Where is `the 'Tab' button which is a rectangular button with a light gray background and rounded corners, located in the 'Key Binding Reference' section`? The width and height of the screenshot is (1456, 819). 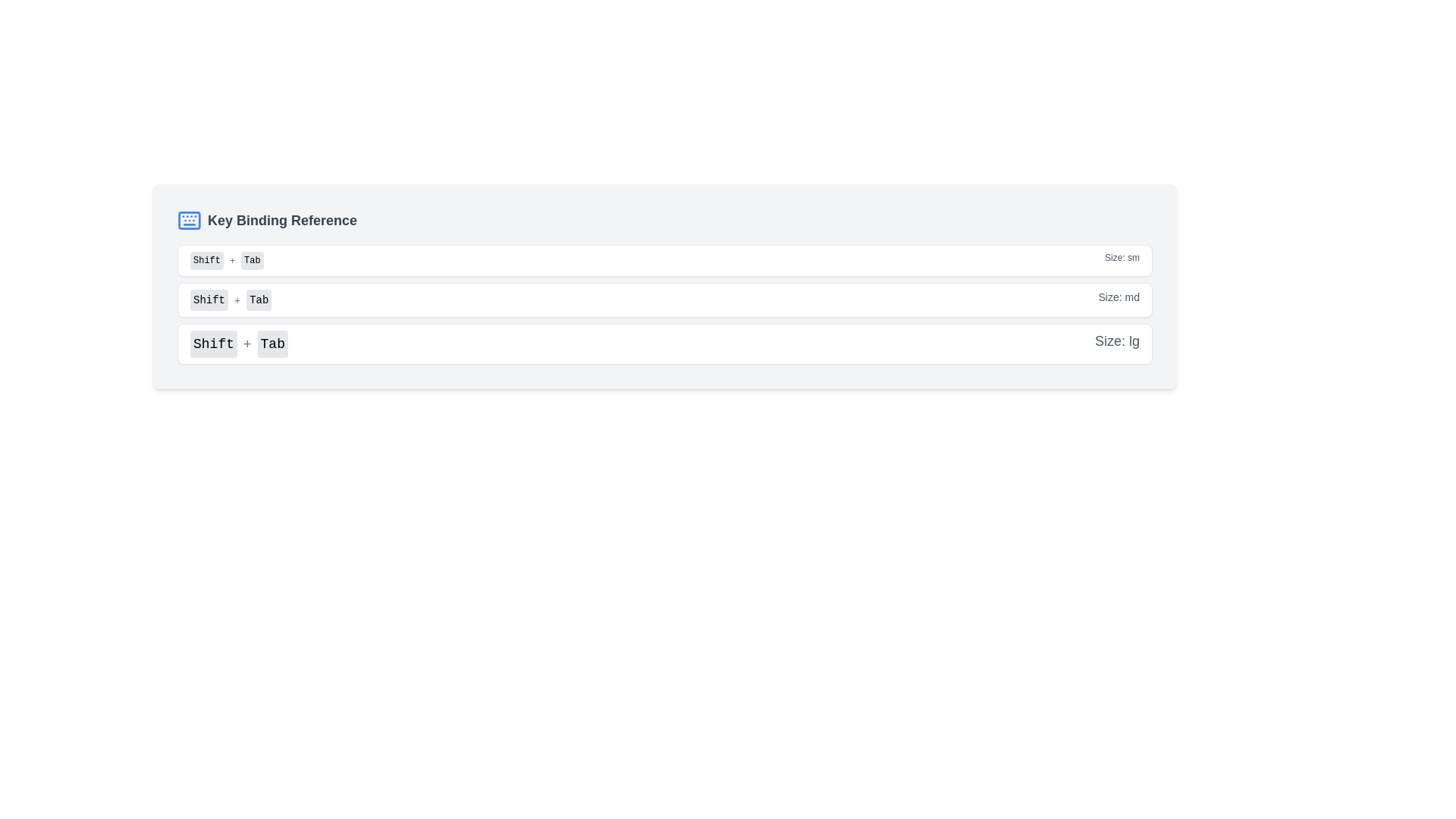 the 'Tab' button which is a rectangular button with a light gray background and rounded corners, located in the 'Key Binding Reference' section is located at coordinates (259, 300).